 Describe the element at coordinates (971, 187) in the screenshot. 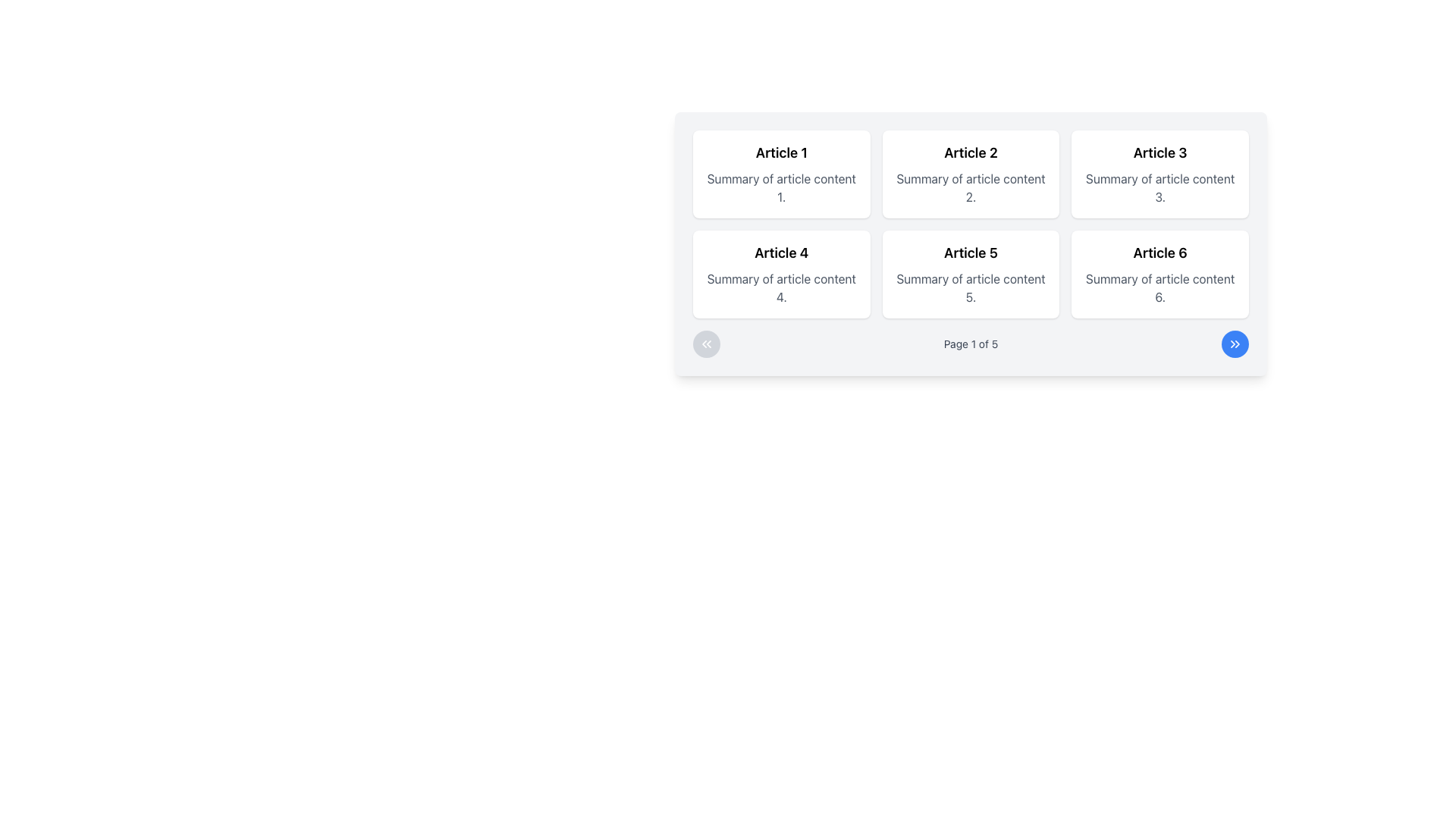

I see `the Text block that provides a summary related to 'Article 2', located in the second card of a grid layout, positioned towards the lower half beneath the heading 'Article 2'` at that location.